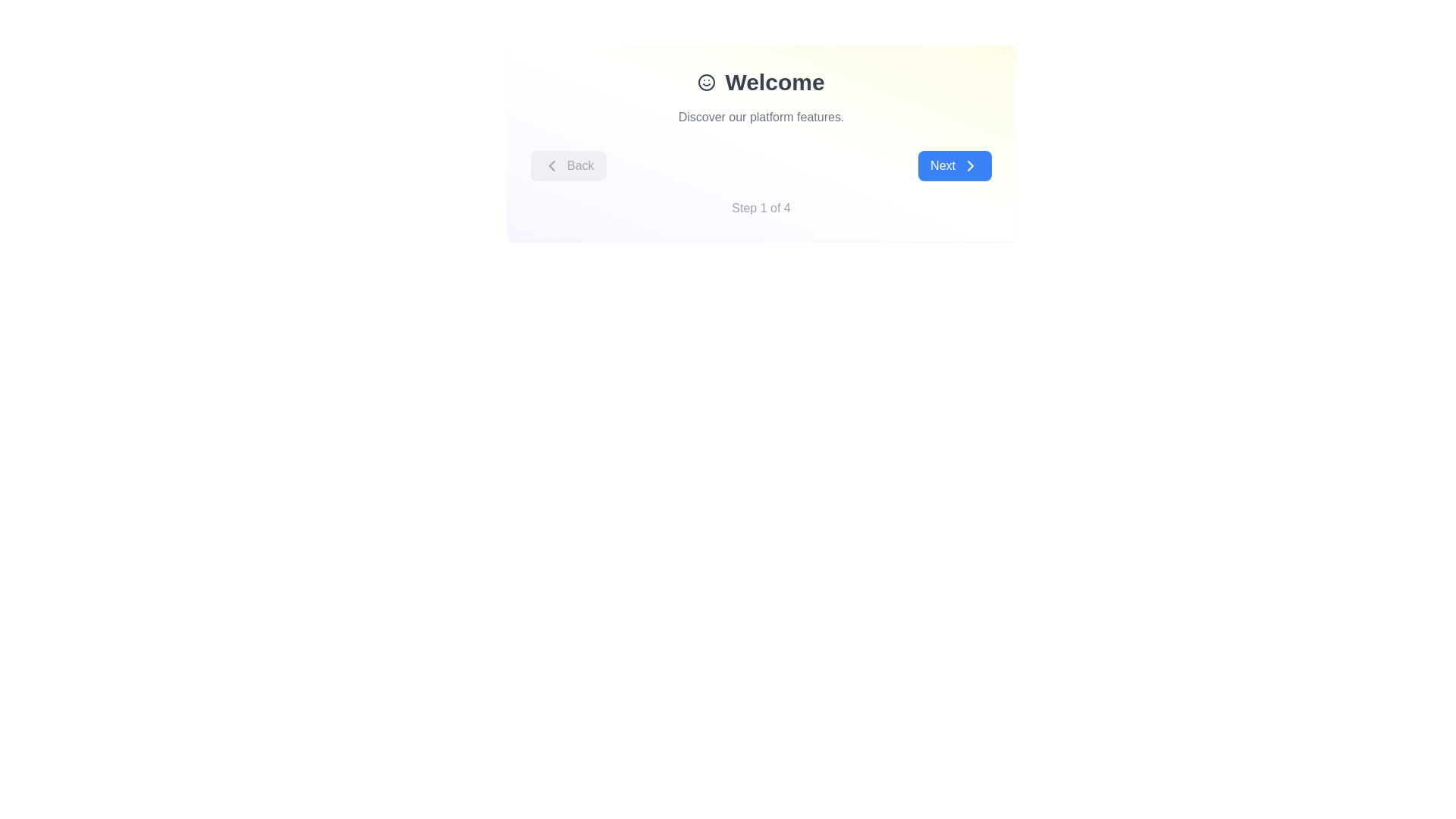 The width and height of the screenshot is (1456, 819). Describe the element at coordinates (706, 82) in the screenshot. I see `the decorative icon located to the left of the 'Welcome' text at the top of the interface` at that location.